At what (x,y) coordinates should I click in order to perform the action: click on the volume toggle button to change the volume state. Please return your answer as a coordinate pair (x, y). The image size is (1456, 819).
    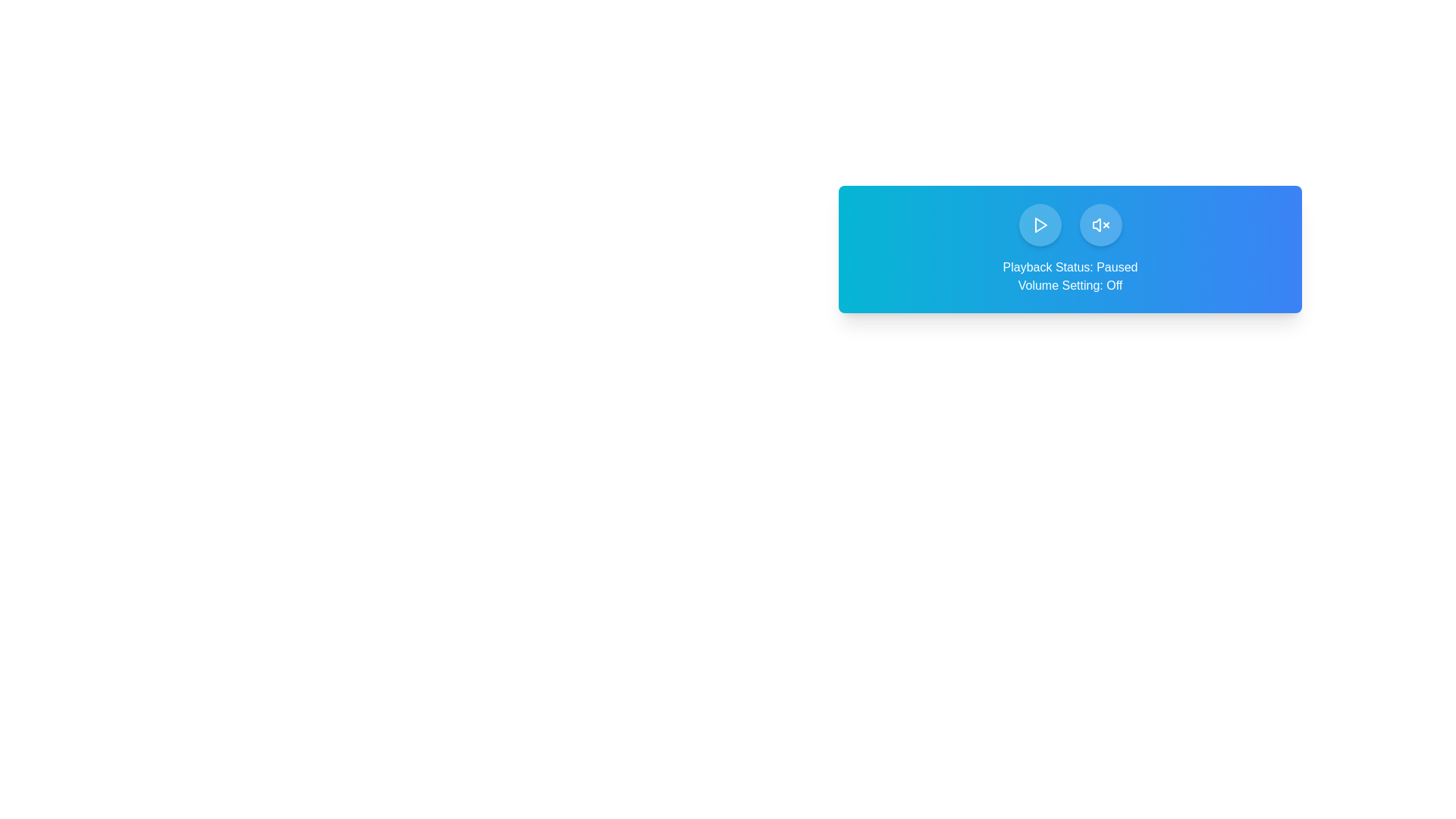
    Looking at the image, I should click on (1100, 225).